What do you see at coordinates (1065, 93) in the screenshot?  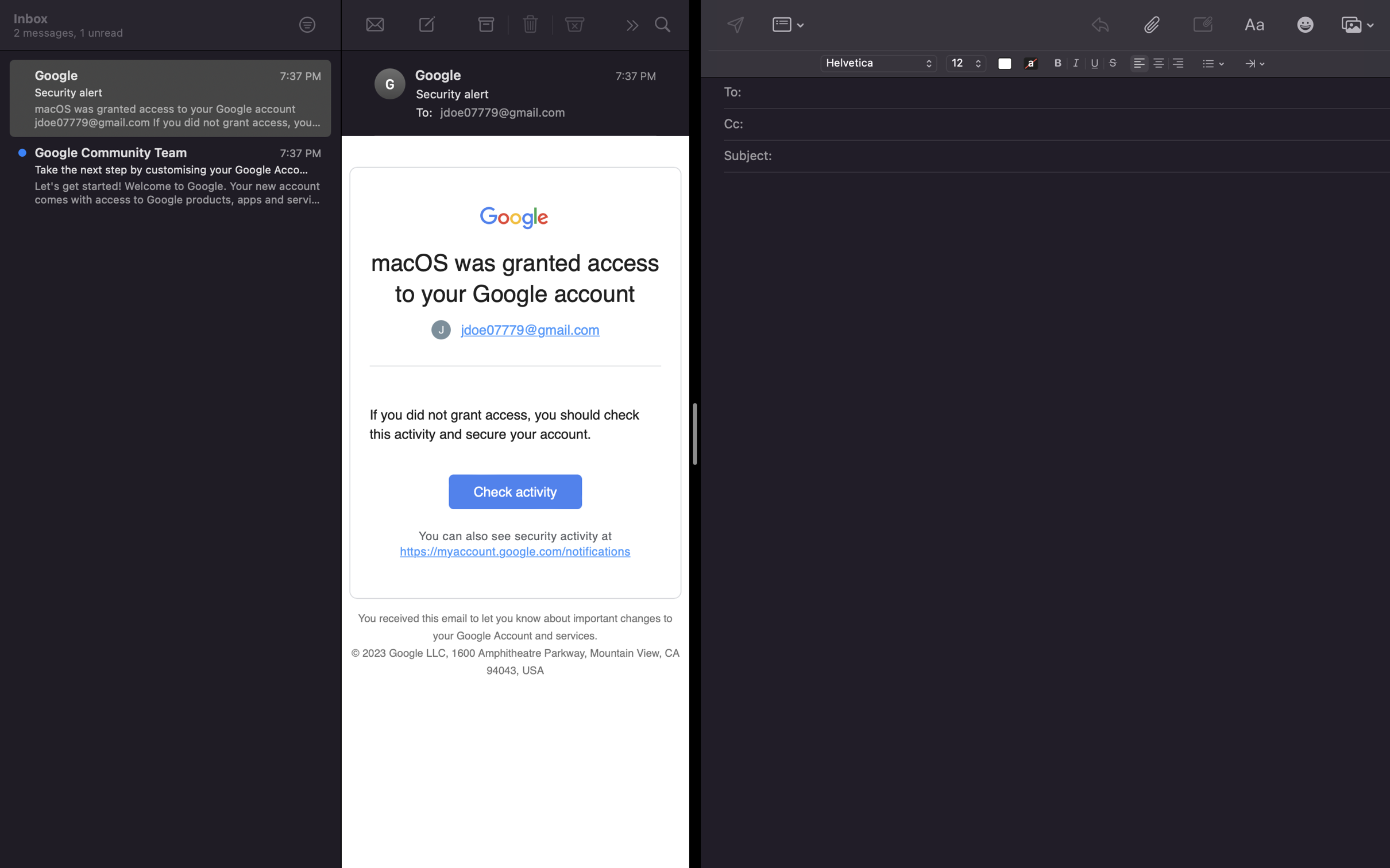 I see `Input "sarah@gmail.com" in the "To" field of the email` at bounding box center [1065, 93].